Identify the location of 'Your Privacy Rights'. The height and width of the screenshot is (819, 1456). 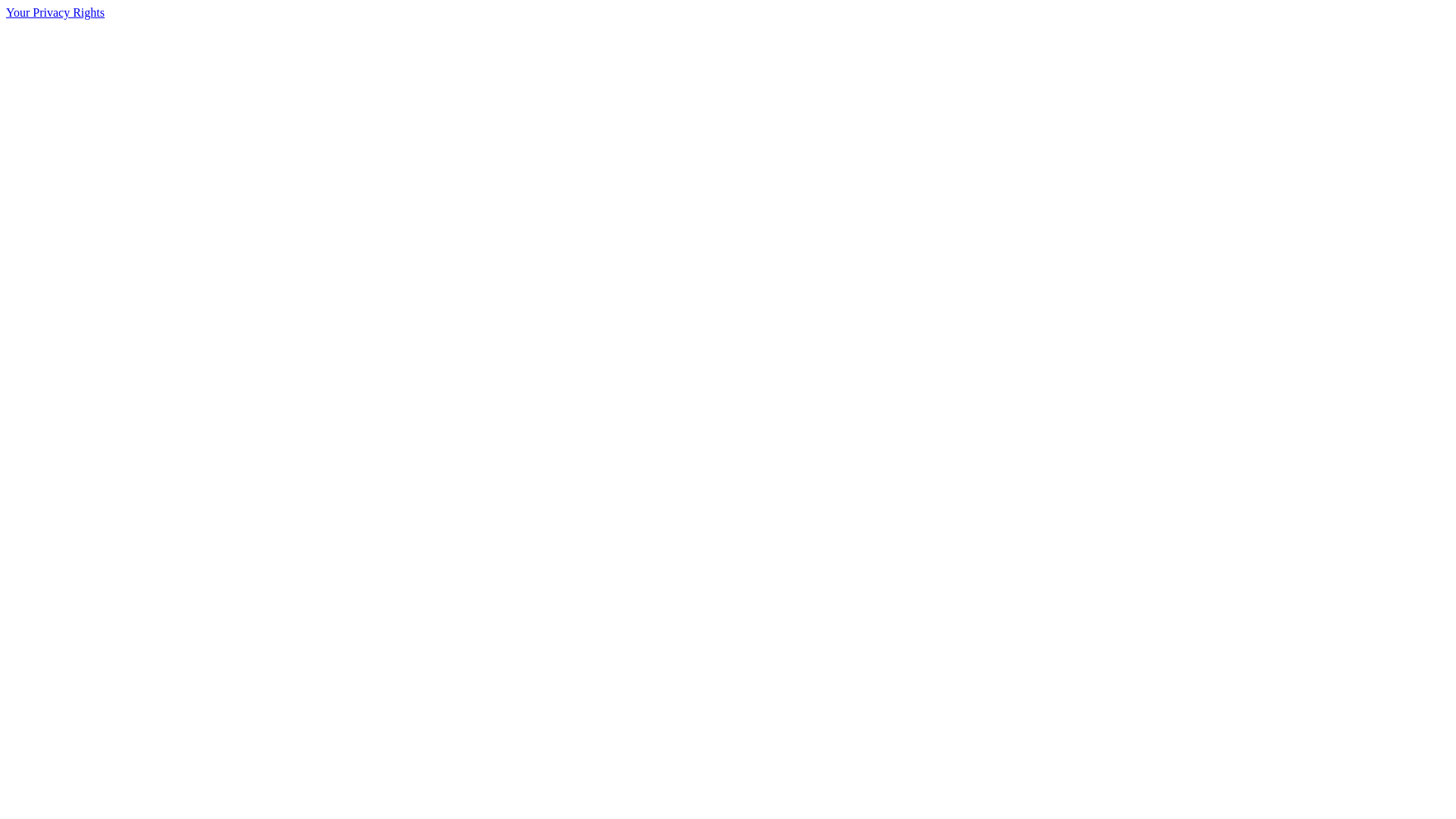
(55, 12).